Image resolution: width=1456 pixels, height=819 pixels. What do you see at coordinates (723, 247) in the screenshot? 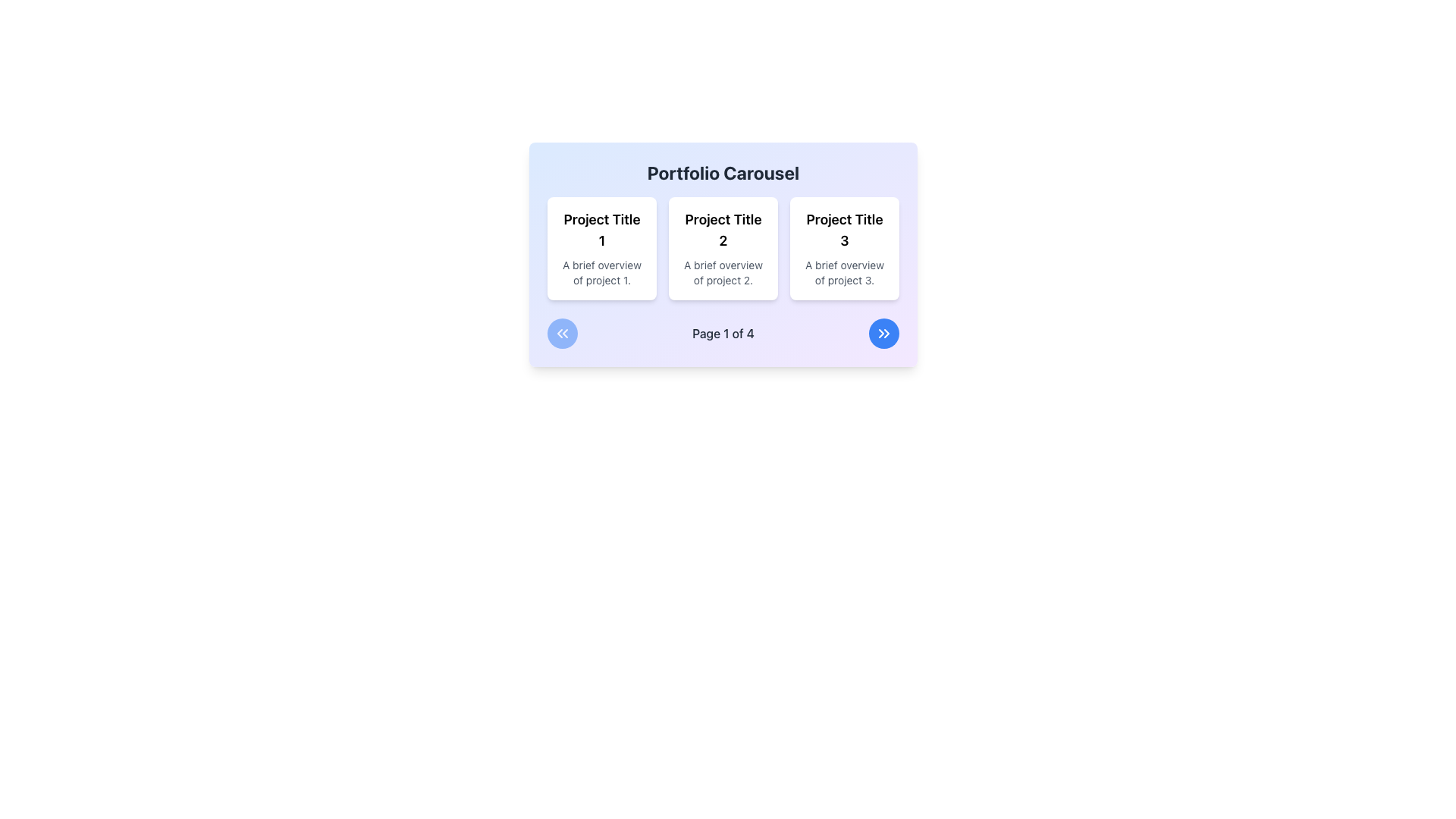
I see `the second project entry card in the Portfolio Carousel, which displays the project title and brief description` at bounding box center [723, 247].